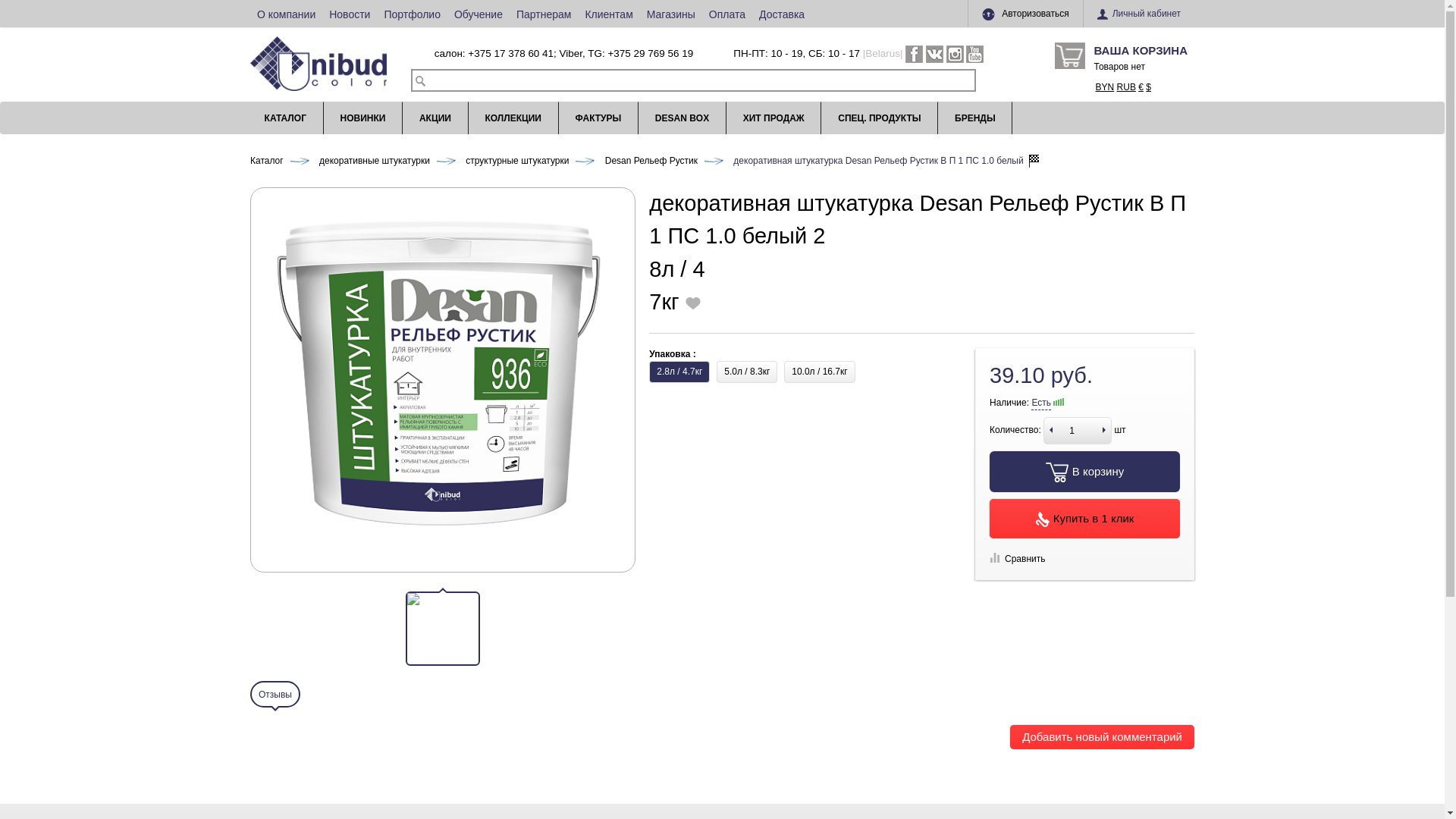 This screenshot has height=819, width=1456. What do you see at coordinates (681, 117) in the screenshot?
I see `'DESAN BOX'` at bounding box center [681, 117].